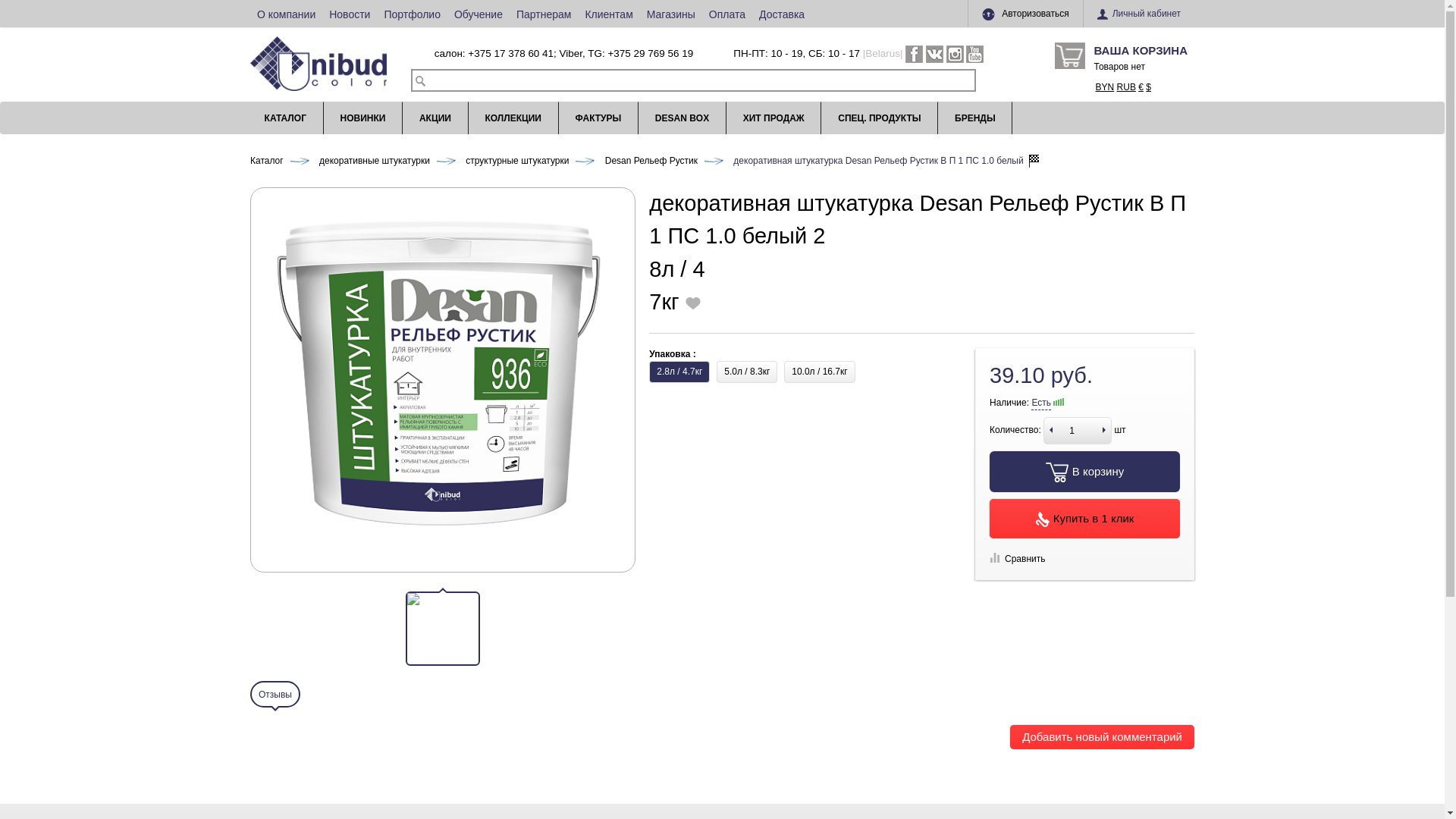 This screenshot has height=819, width=1456. What do you see at coordinates (681, 117) in the screenshot?
I see `'DESAN BOX'` at bounding box center [681, 117].